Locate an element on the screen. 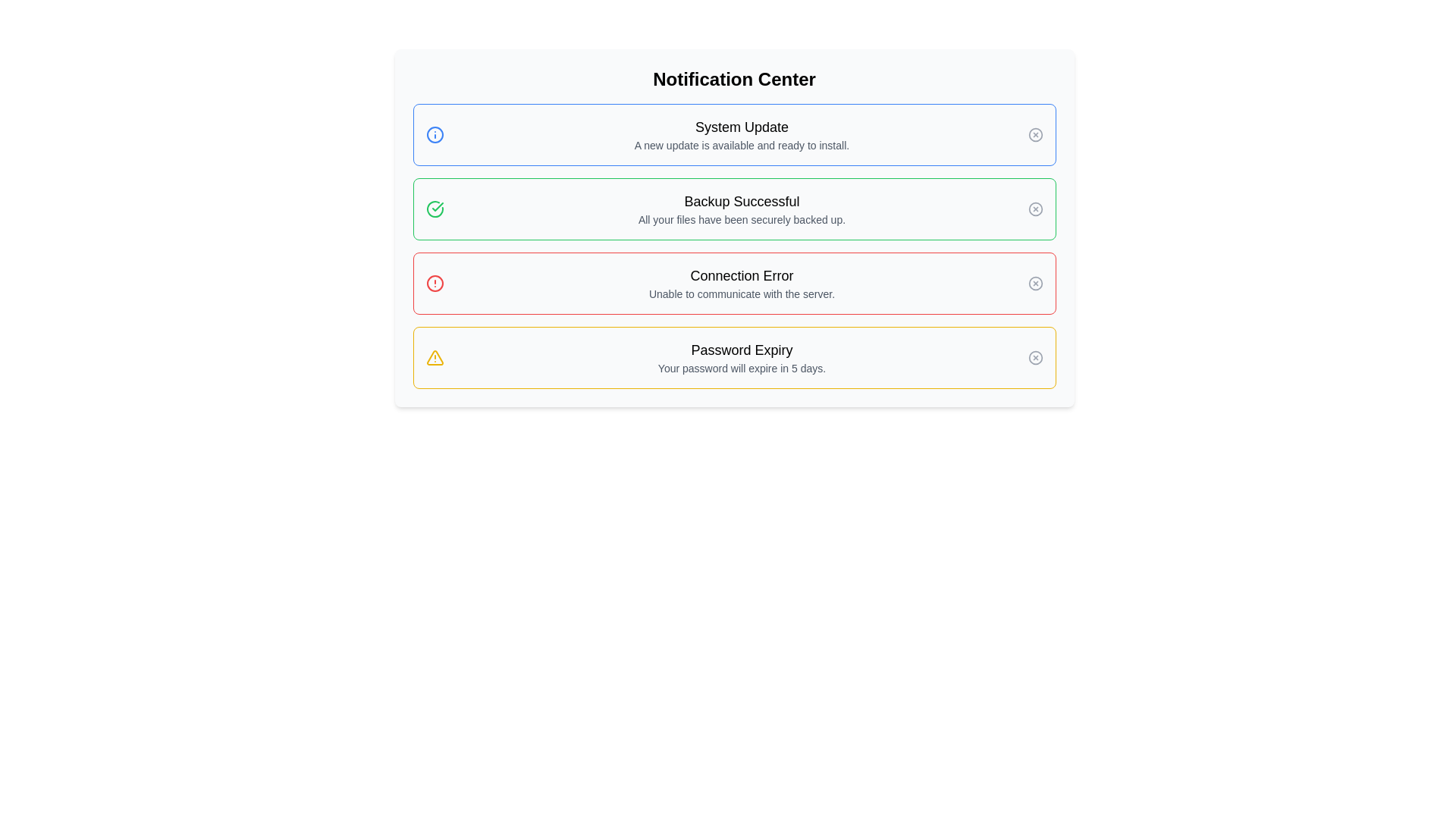 Image resolution: width=1456 pixels, height=819 pixels. the circular button with a gray outline and centered 'x' icon, located in the green-bordered notification box labeled 'Backup Successful' is located at coordinates (1034, 209).